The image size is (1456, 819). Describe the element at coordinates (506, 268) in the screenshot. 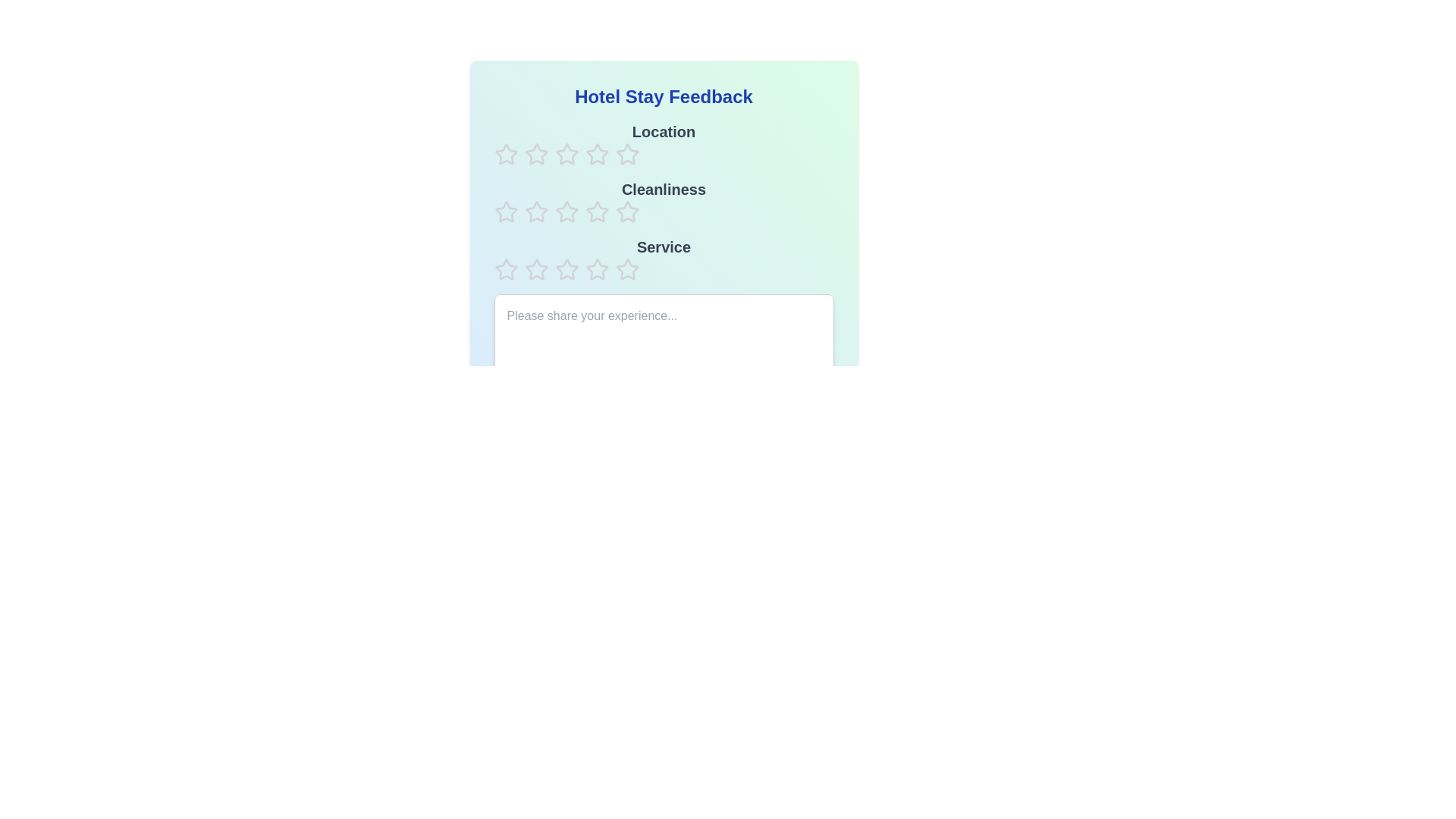

I see `the first star icon in the rating row for the 'Service' criterion in the 'Hotel Stay Feedback' interface for keyboard interaction` at that location.